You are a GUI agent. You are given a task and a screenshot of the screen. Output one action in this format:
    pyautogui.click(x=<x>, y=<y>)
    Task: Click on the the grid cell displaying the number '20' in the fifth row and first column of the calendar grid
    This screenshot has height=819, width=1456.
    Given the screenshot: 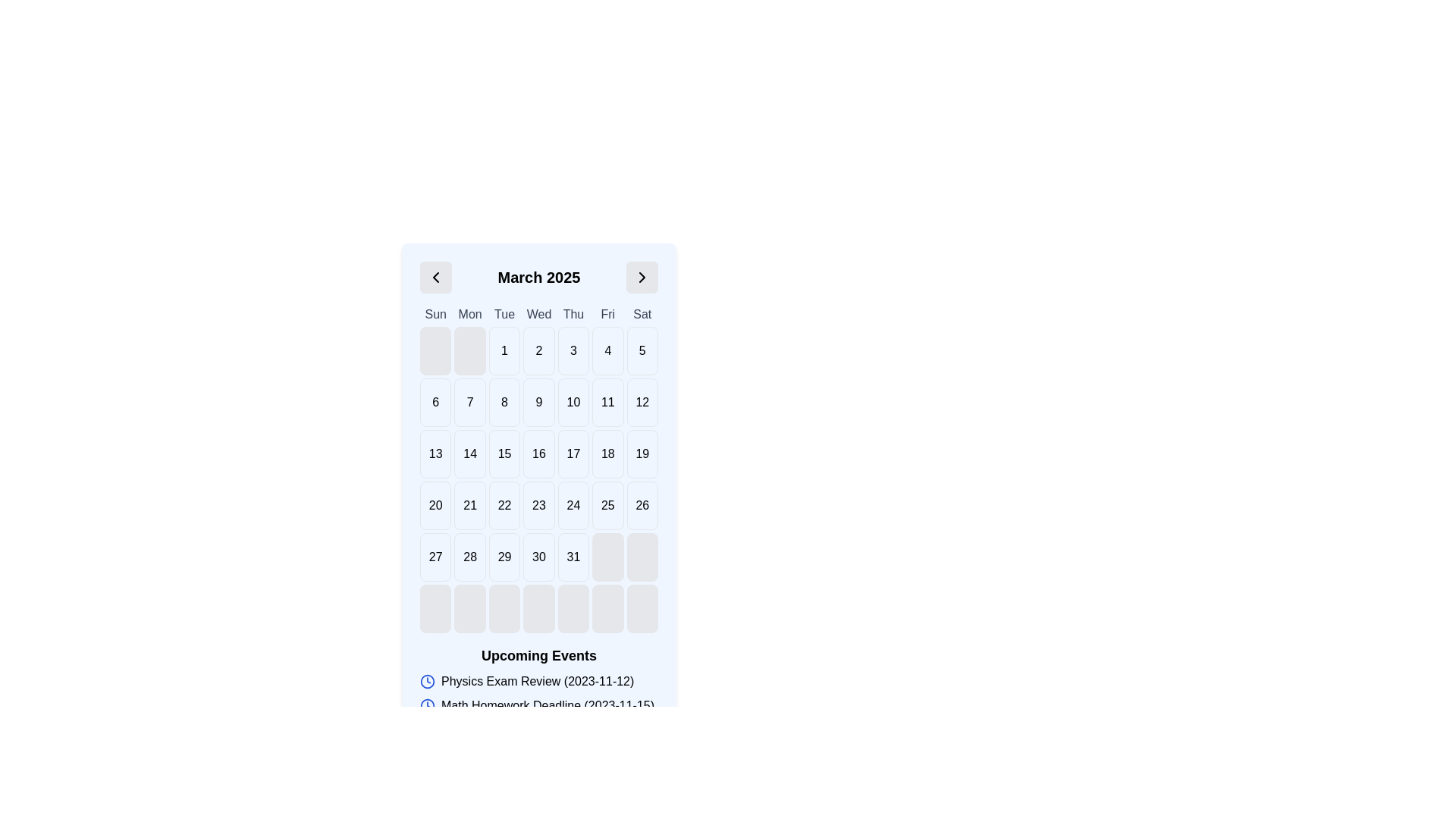 What is the action you would take?
    pyautogui.click(x=435, y=506)
    